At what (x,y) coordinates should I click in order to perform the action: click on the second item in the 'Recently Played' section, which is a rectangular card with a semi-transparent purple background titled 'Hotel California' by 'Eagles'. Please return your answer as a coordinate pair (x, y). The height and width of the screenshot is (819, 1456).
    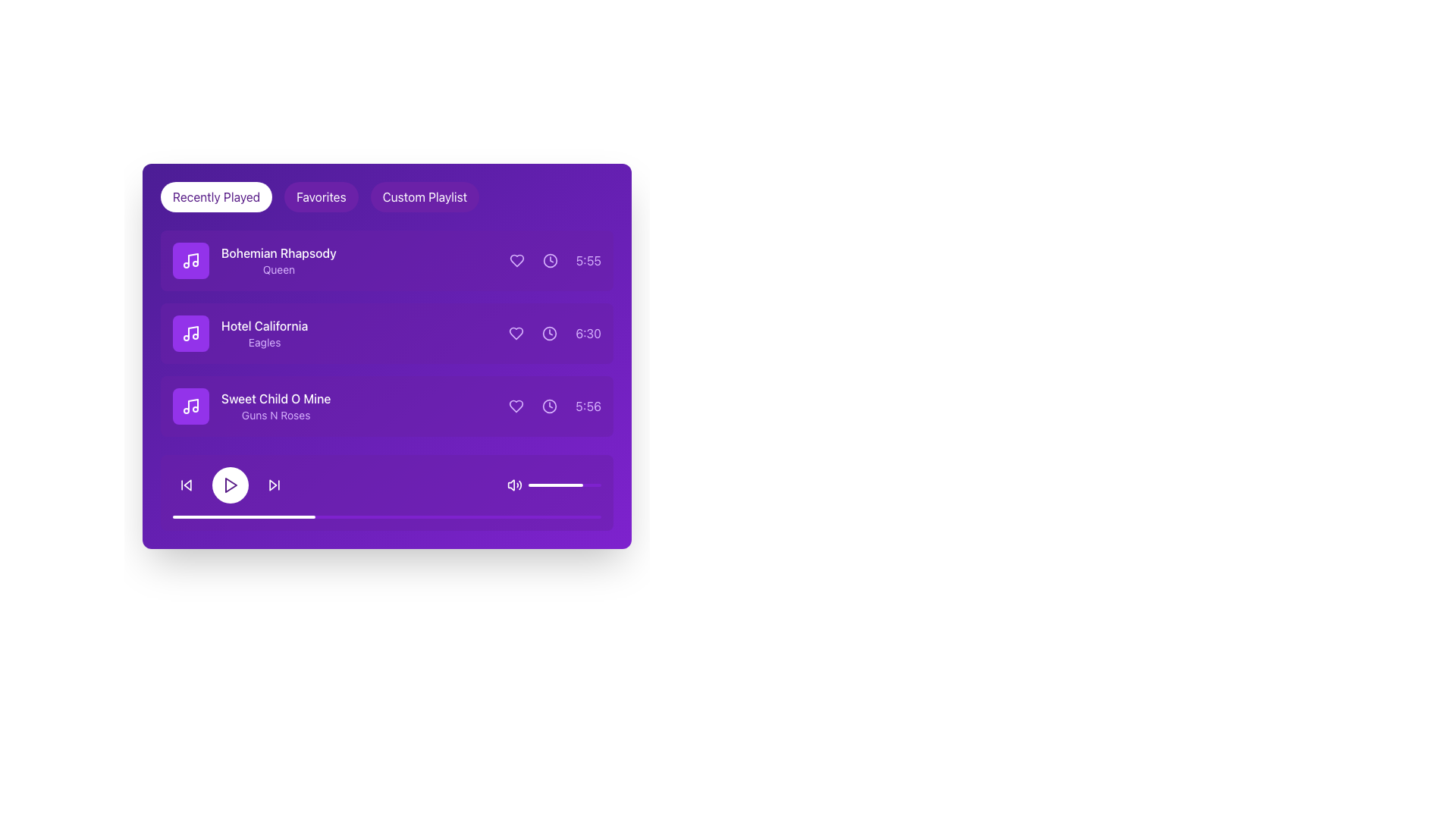
    Looking at the image, I should click on (387, 332).